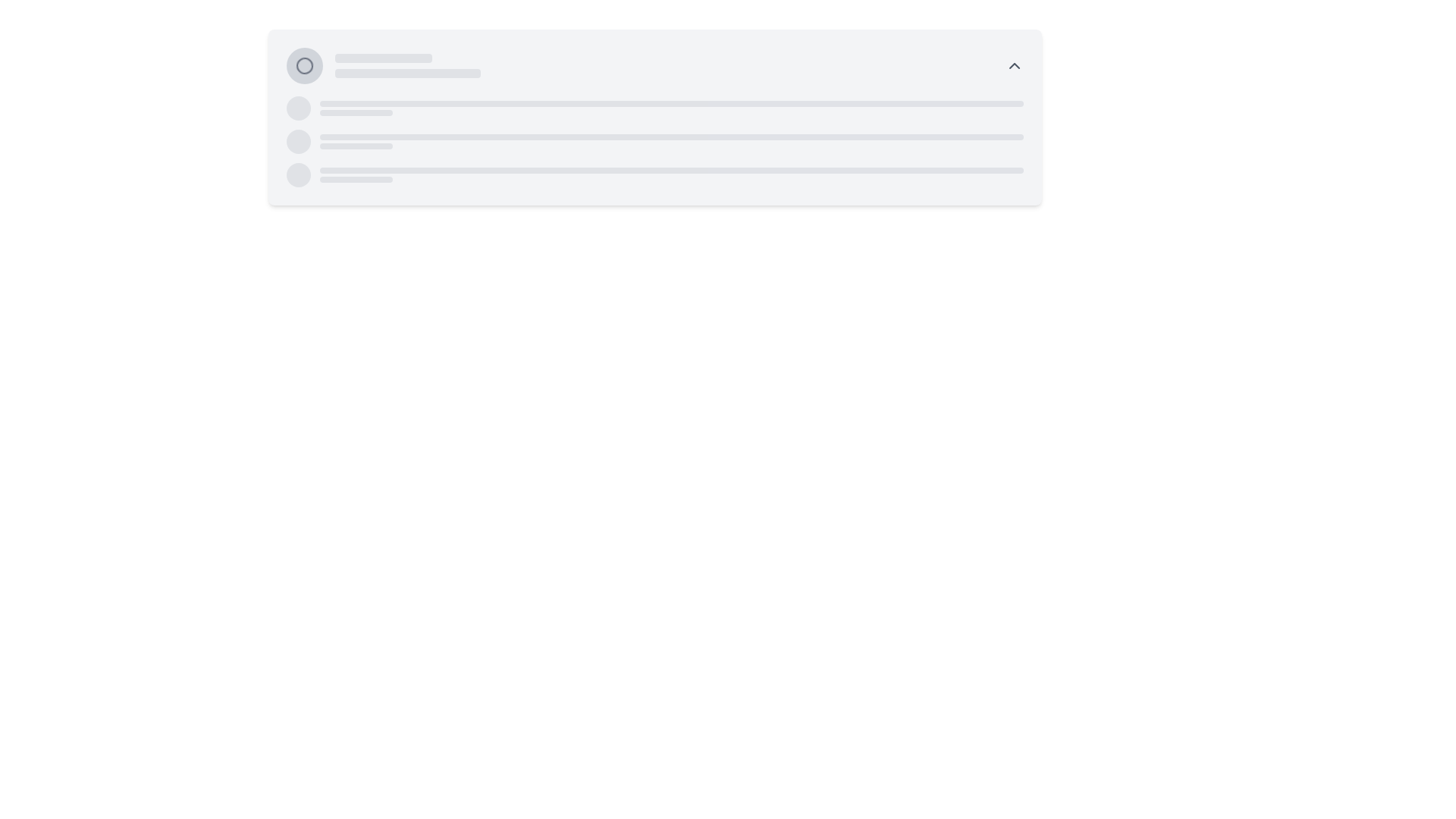 This screenshot has height=819, width=1456. Describe the element at coordinates (655, 174) in the screenshot. I see `third Placeholder Loader Row, which serves as a visual placeholder for a loading state of a list item, positioned centrally at the bottom of a vertically stacked group of placeholder rows` at that location.